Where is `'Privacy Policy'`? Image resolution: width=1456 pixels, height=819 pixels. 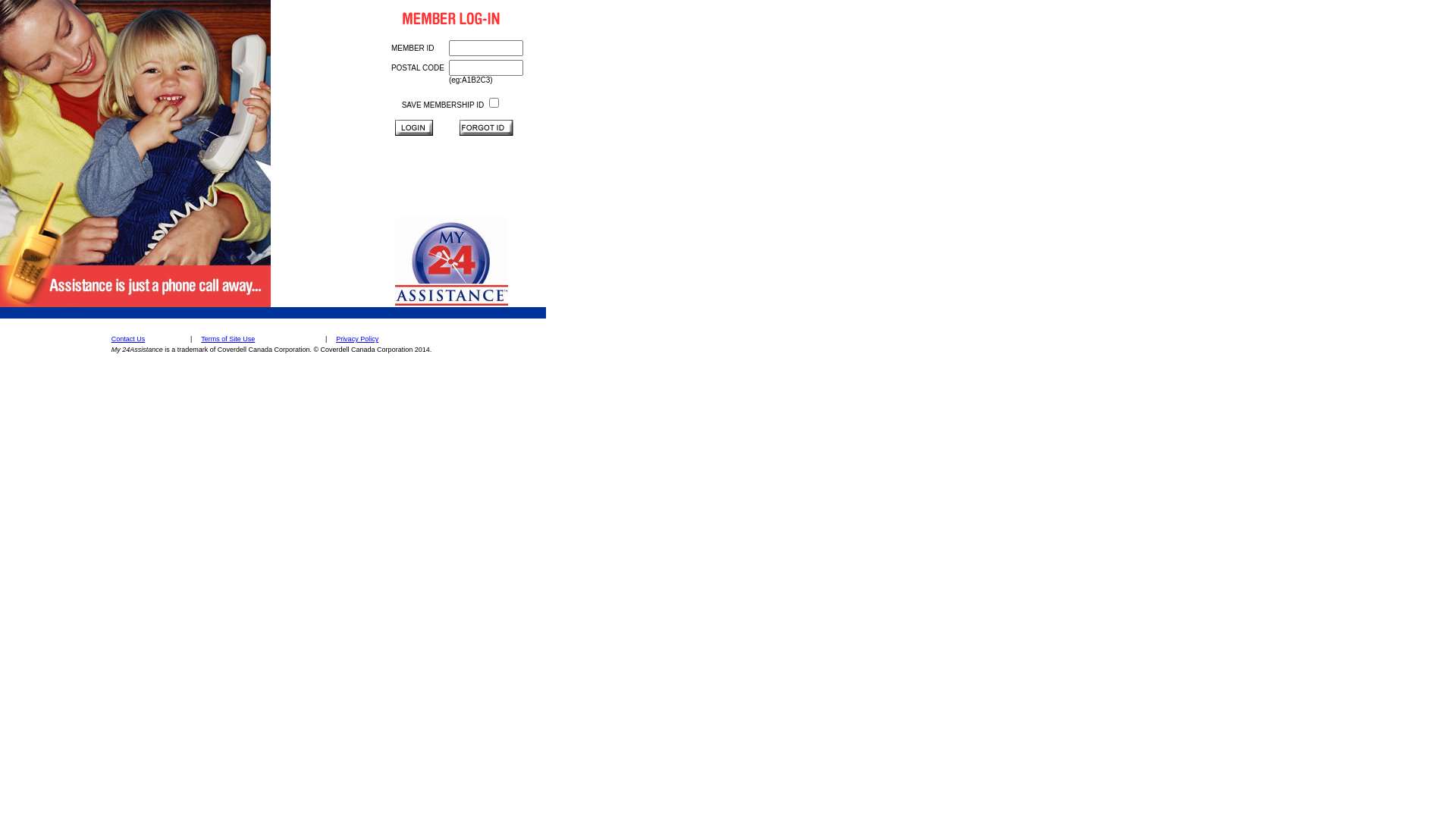 'Privacy Policy' is located at coordinates (356, 338).